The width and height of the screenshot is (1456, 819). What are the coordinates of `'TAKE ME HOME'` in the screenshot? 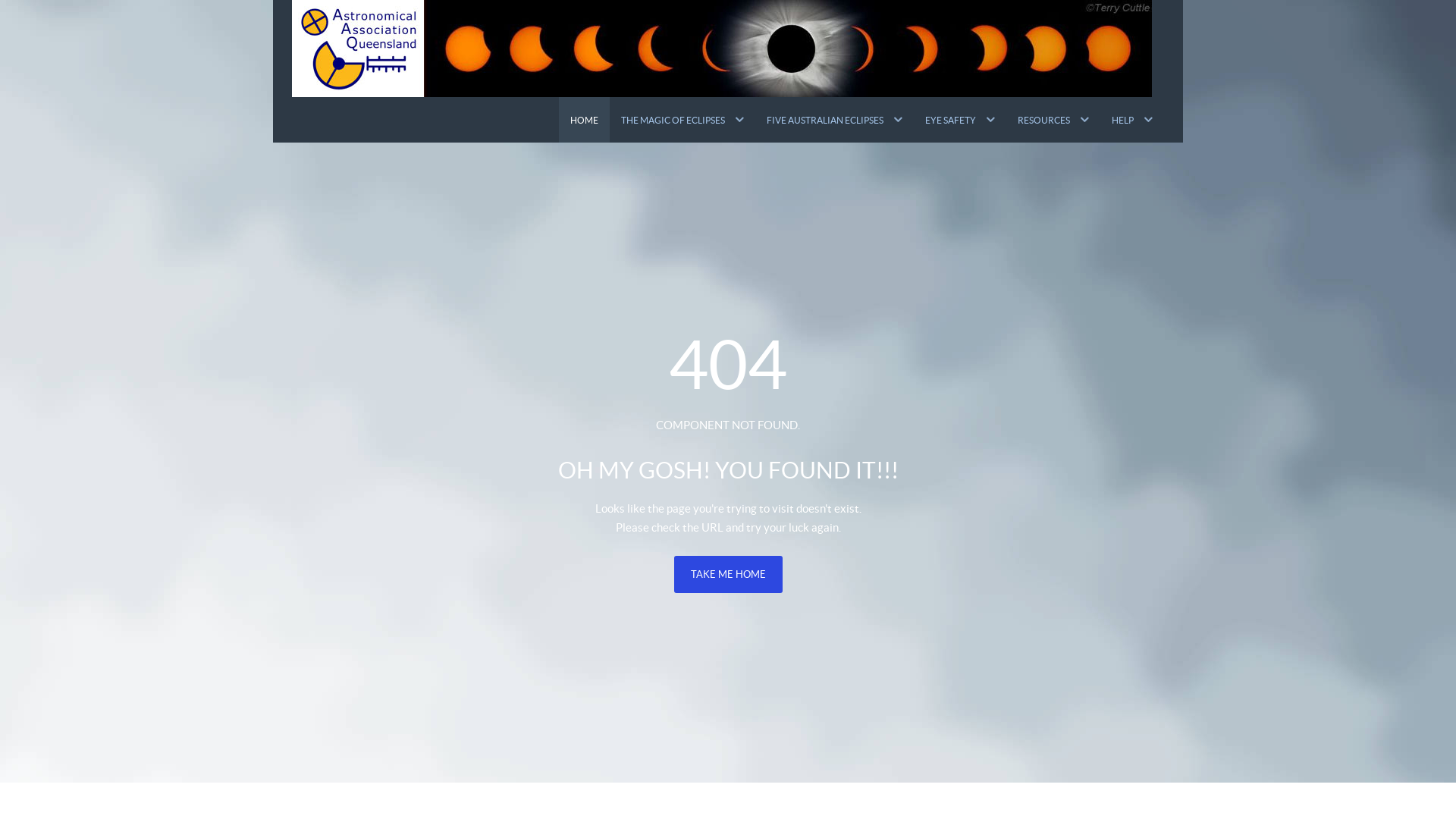 It's located at (726, 574).